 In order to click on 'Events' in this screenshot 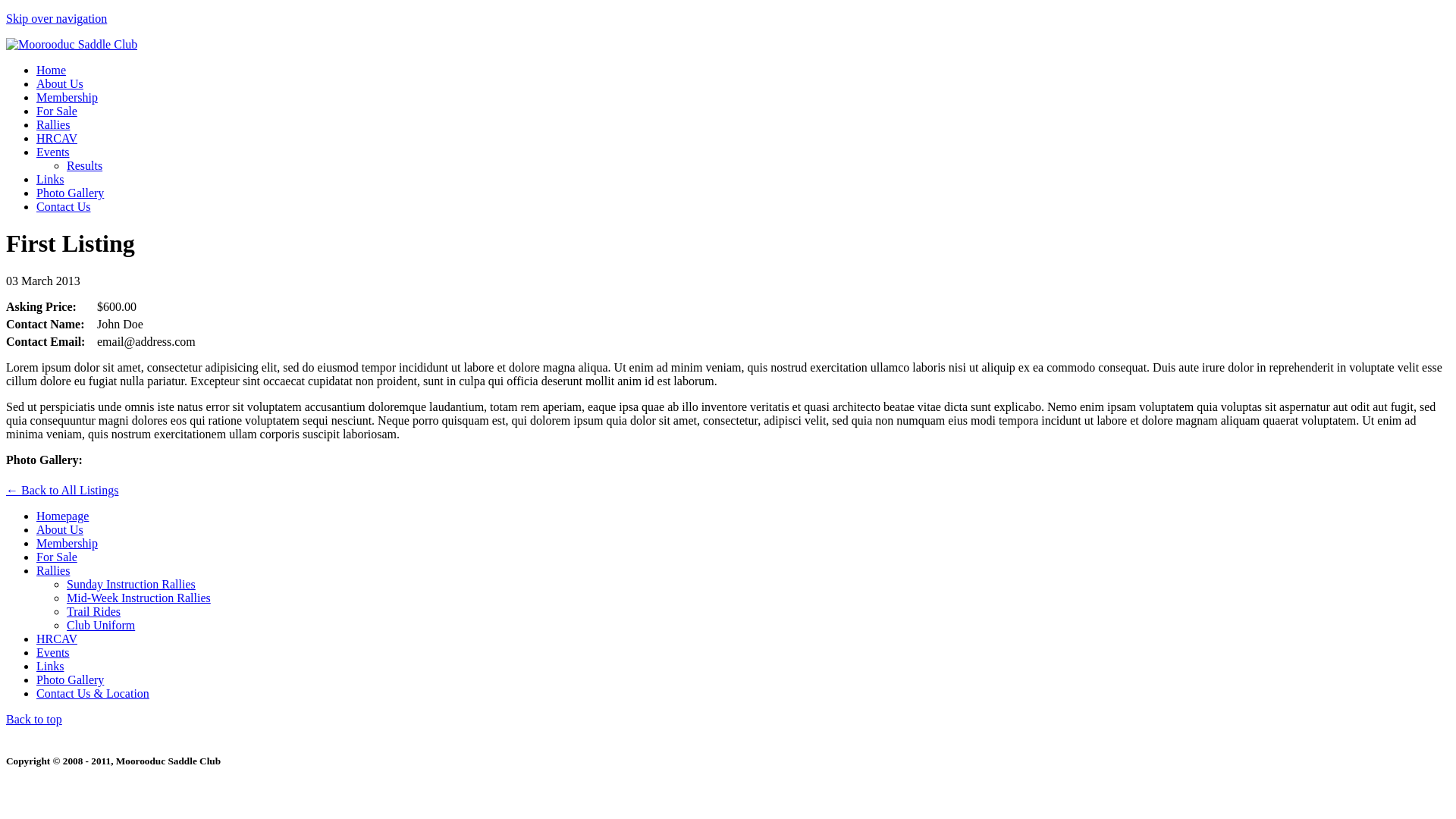, I will do `click(53, 152)`.